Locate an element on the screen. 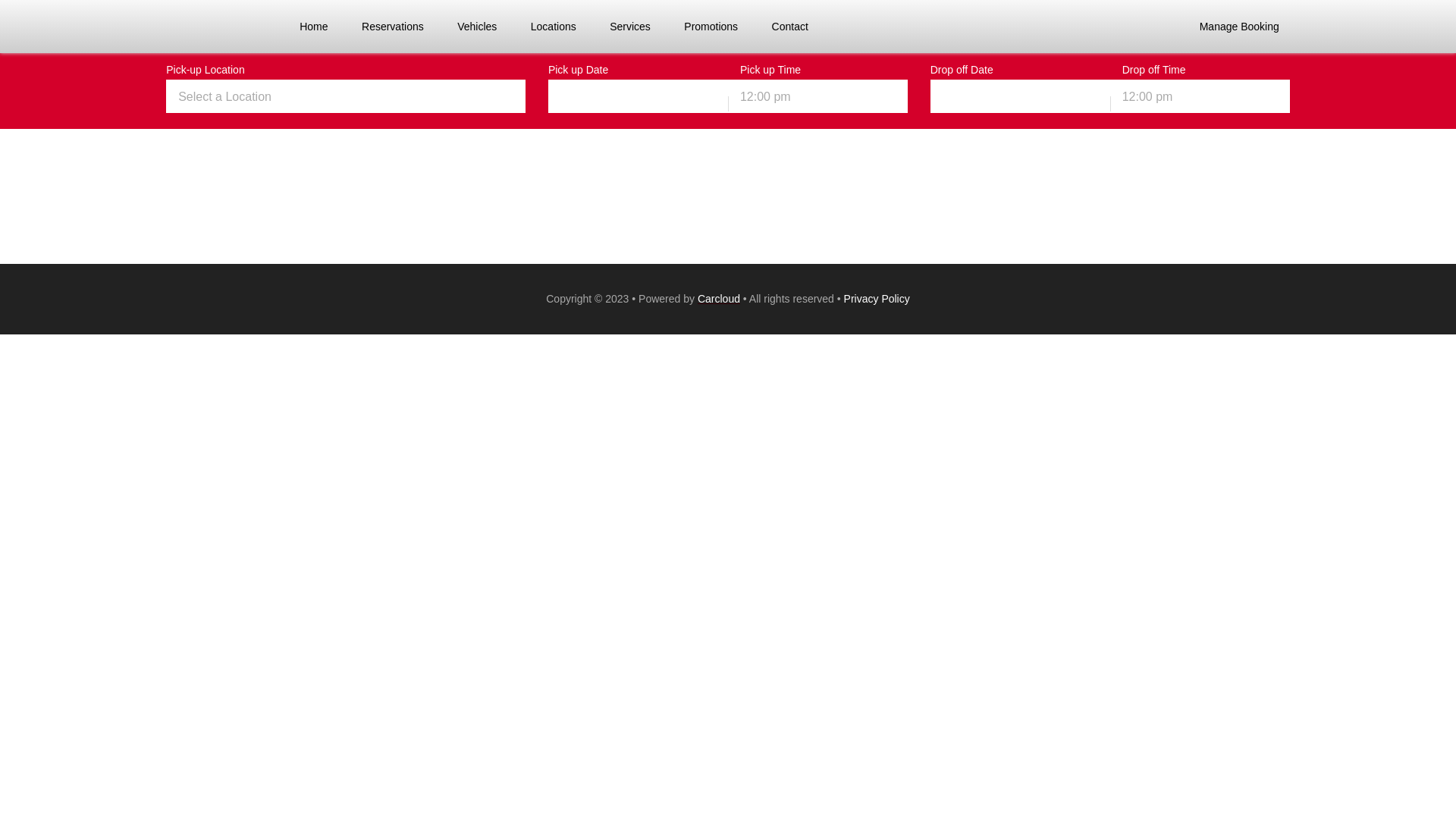  'Privacy Policy' is located at coordinates (877, 298).